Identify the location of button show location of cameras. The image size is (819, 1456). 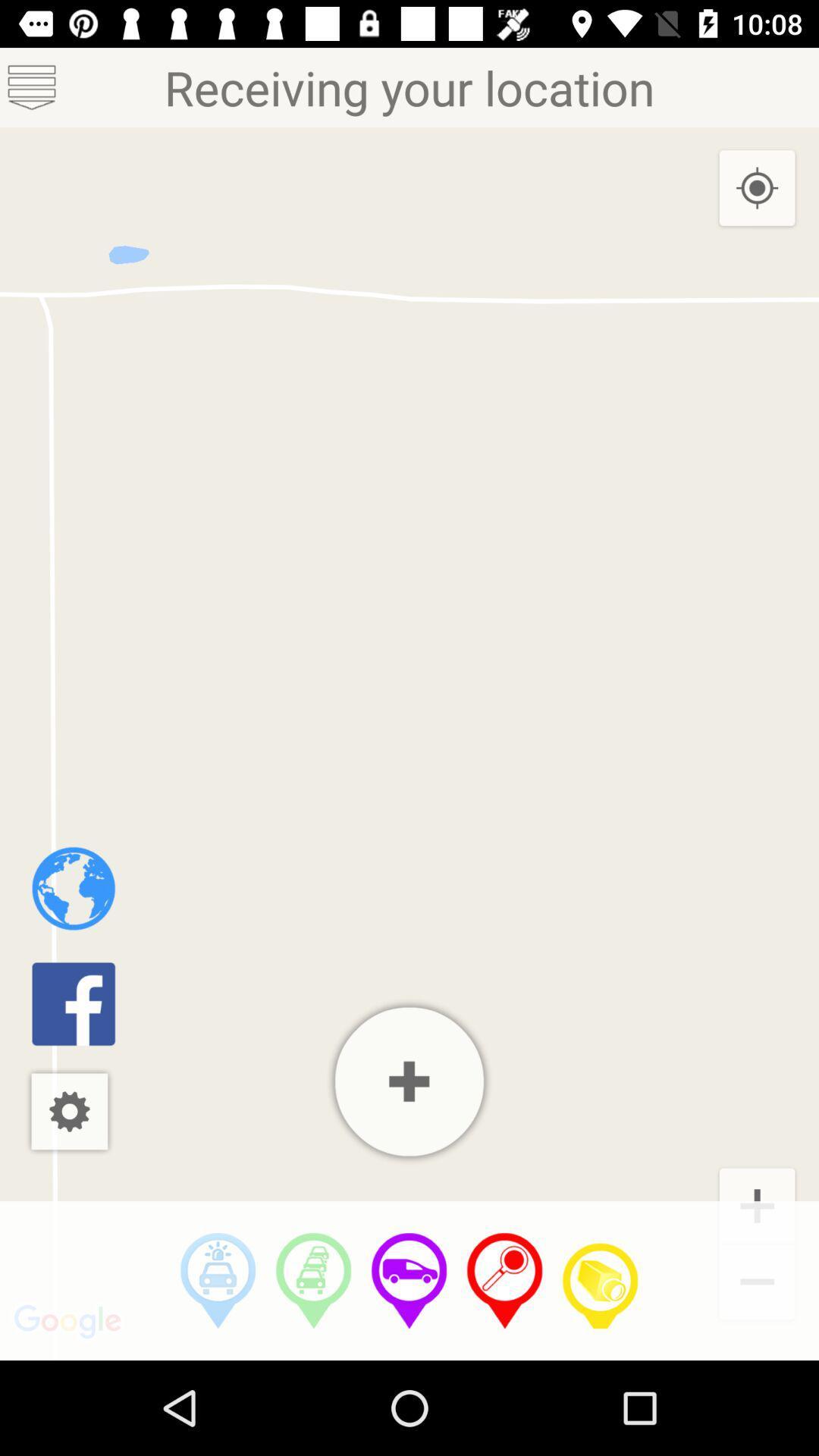
(599, 1280).